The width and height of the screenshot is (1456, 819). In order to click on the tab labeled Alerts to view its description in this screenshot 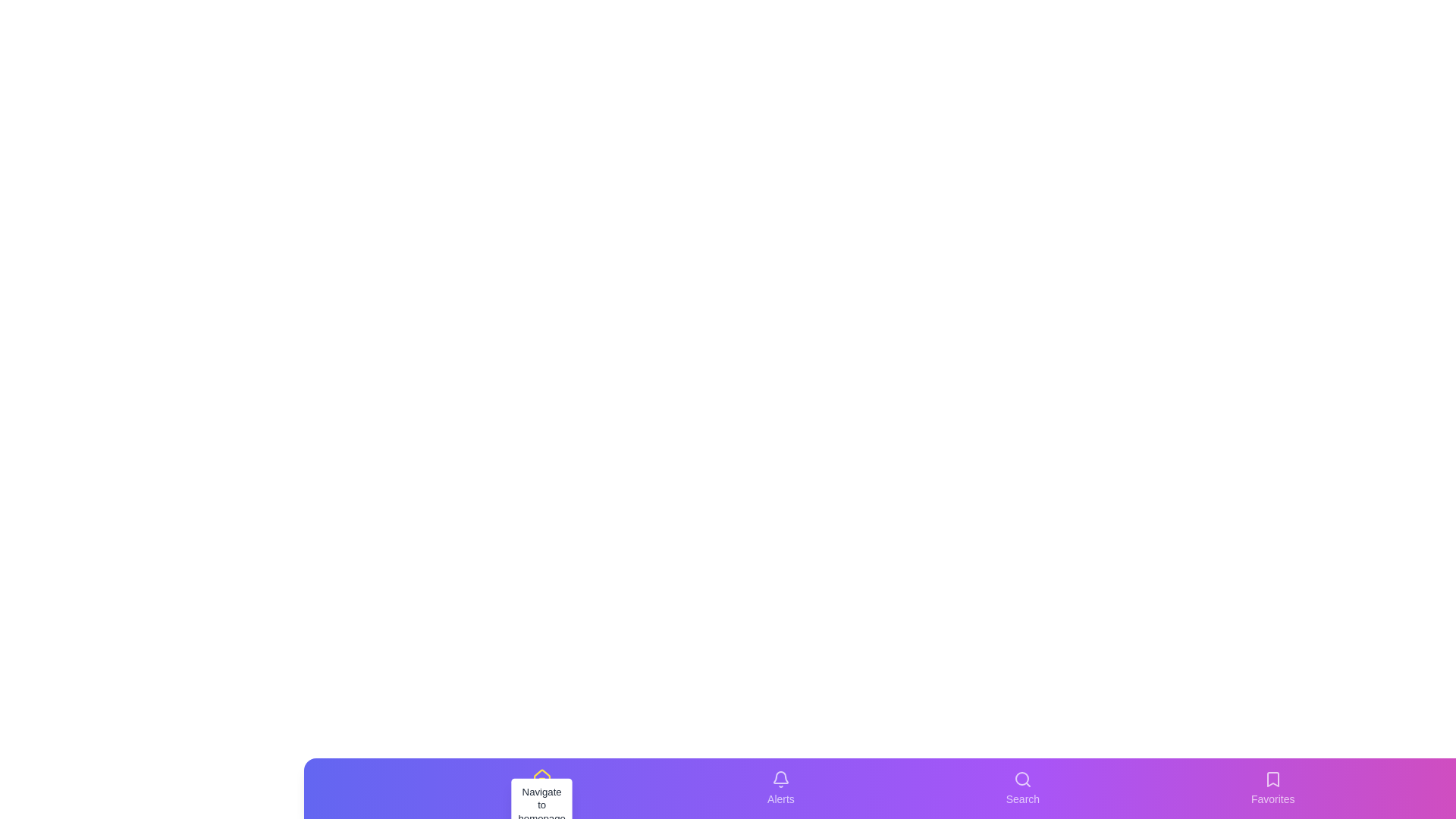, I will do `click(780, 788)`.